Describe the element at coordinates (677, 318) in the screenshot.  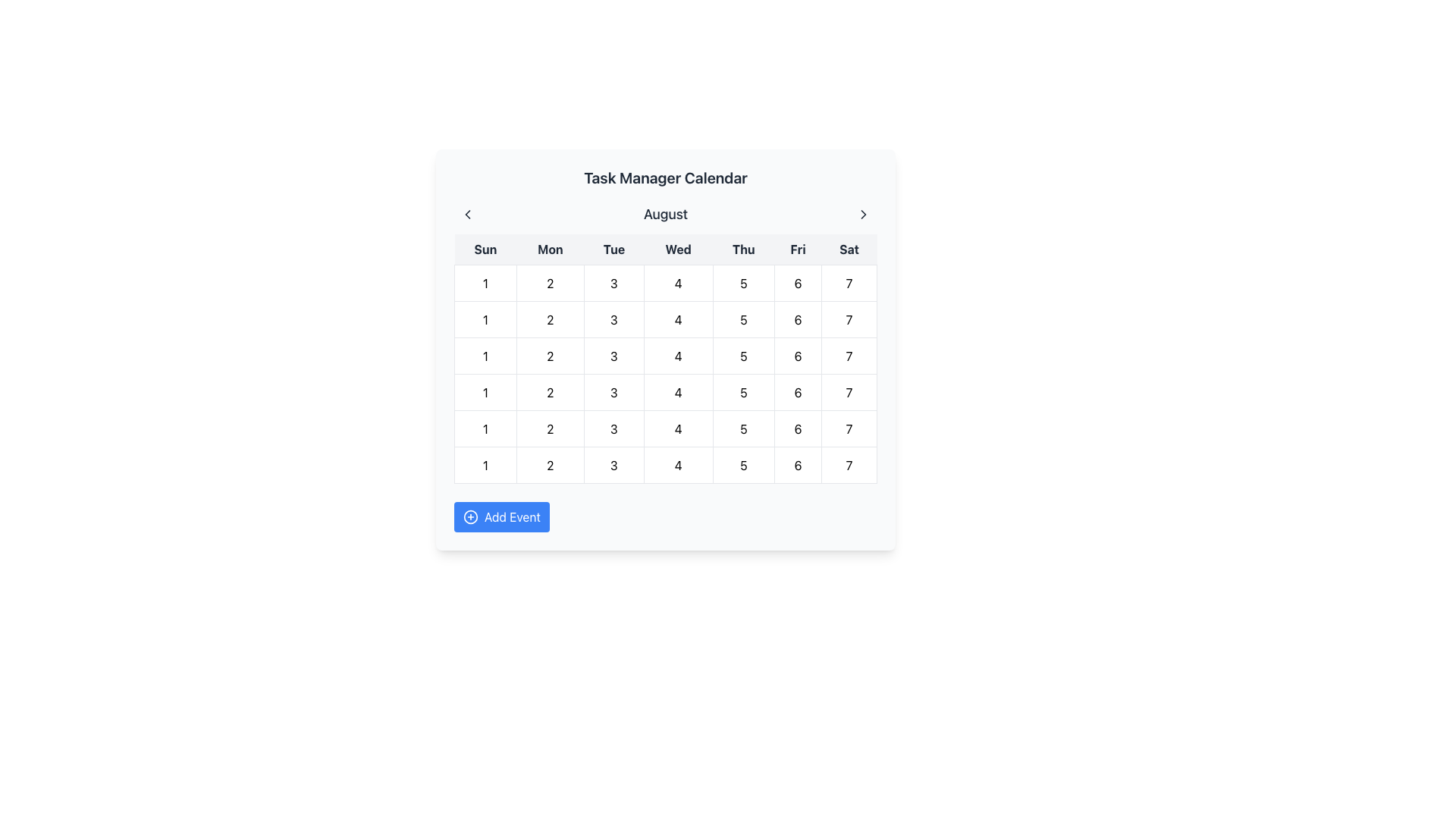
I see `the text label representing the day '4' in the calendar view located under 'Wed' in August` at that location.